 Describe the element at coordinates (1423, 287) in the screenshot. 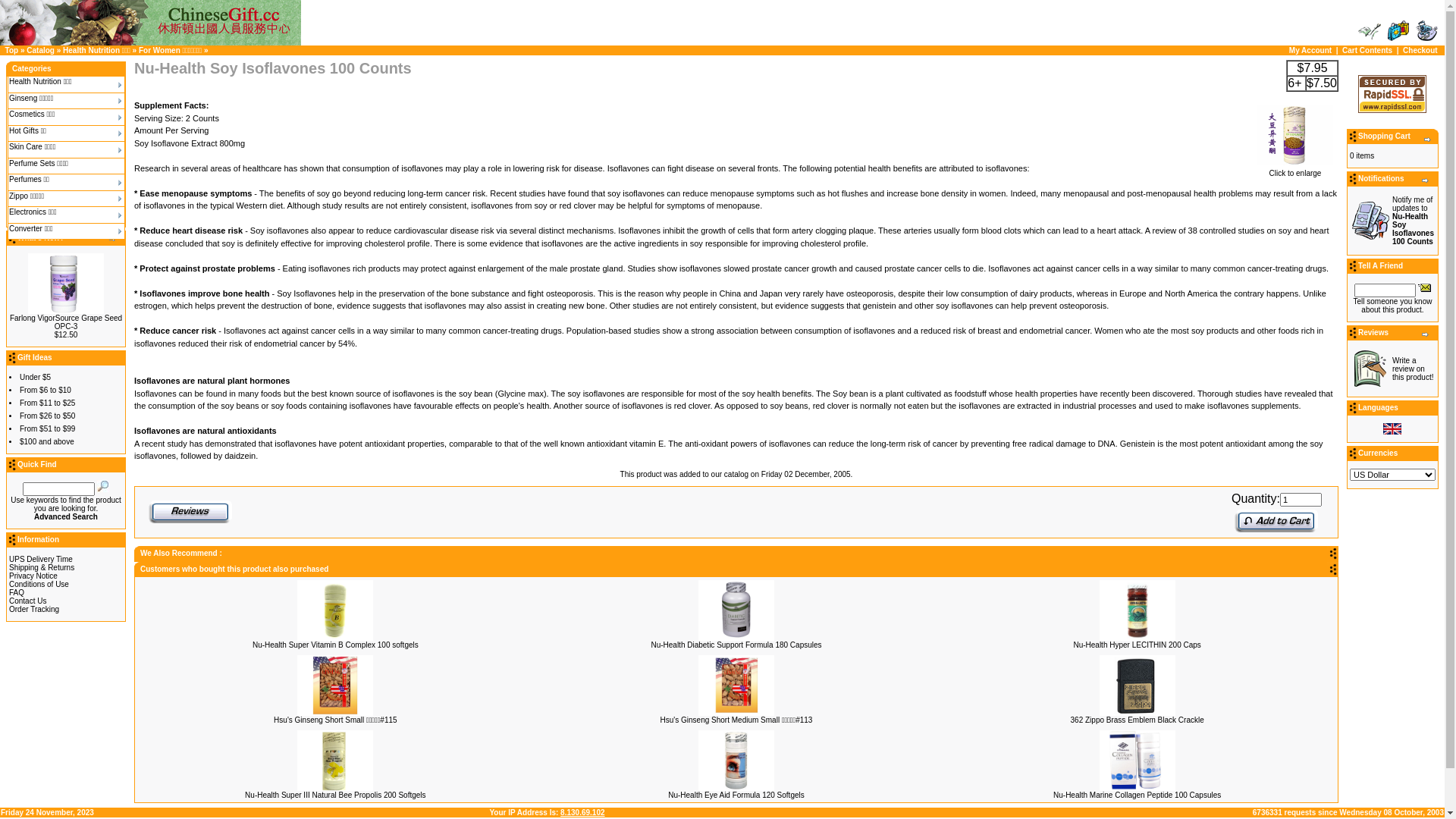

I see `' Tell A Friend '` at that location.